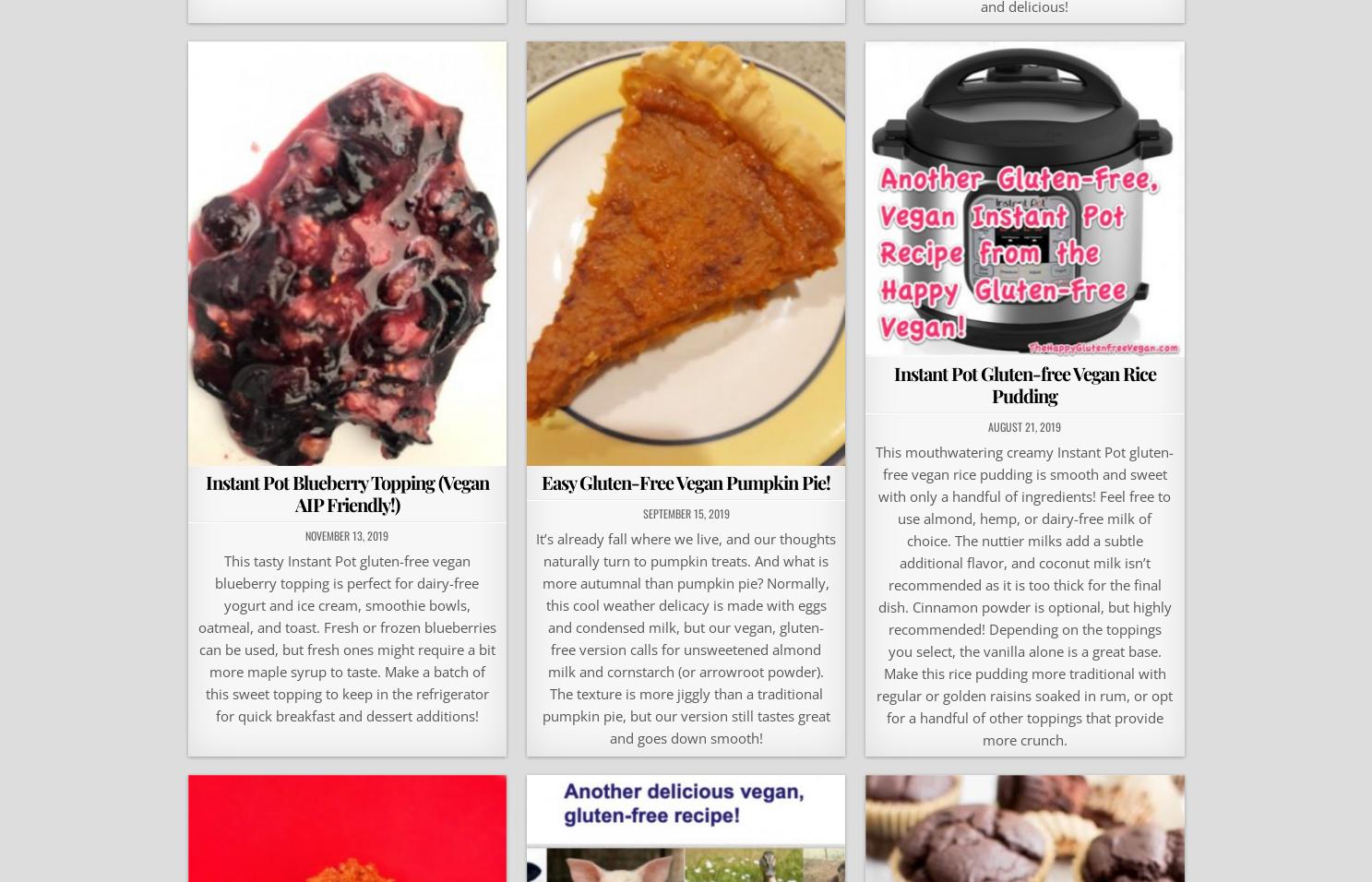  What do you see at coordinates (685, 481) in the screenshot?
I see `'Easy Gluten-Free Vegan Pumpkin Pie!'` at bounding box center [685, 481].